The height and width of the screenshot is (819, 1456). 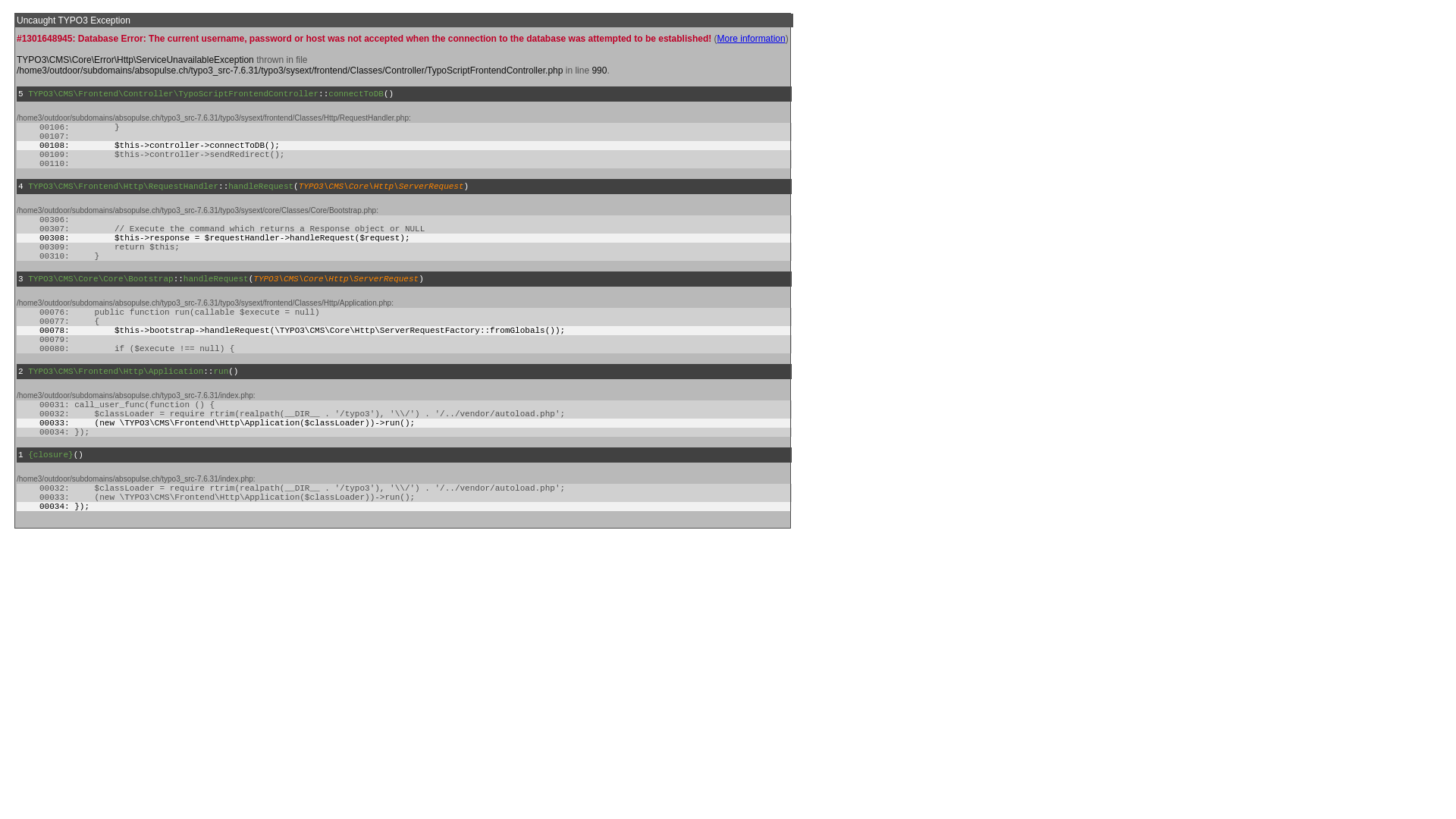 What do you see at coordinates (751, 37) in the screenshot?
I see `'More information'` at bounding box center [751, 37].